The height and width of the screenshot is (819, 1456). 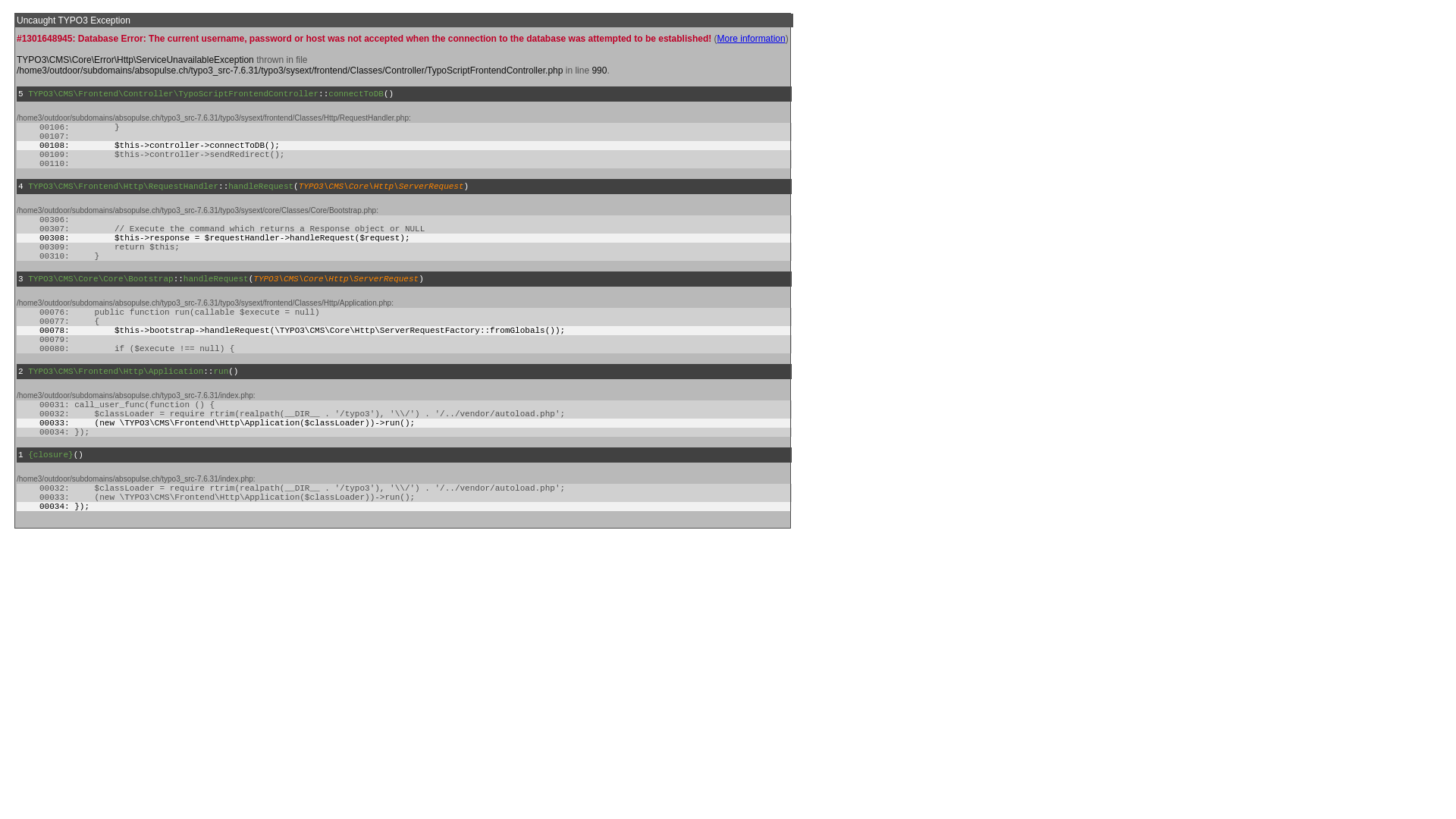 What do you see at coordinates (751, 37) in the screenshot?
I see `'More information'` at bounding box center [751, 37].